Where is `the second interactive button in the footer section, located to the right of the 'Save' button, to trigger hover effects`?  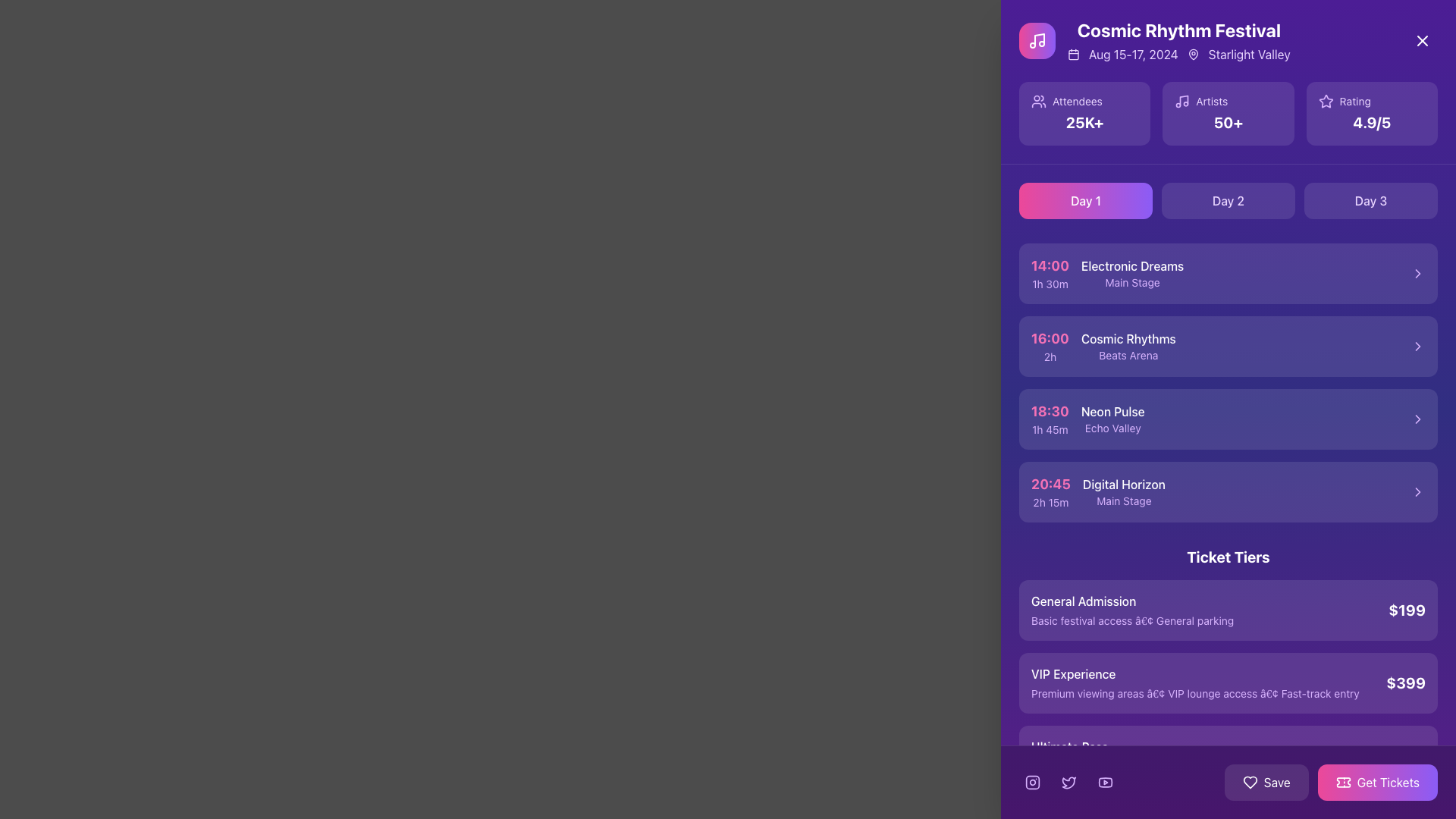
the second interactive button in the footer section, located to the right of the 'Save' button, to trigger hover effects is located at coordinates (1377, 783).